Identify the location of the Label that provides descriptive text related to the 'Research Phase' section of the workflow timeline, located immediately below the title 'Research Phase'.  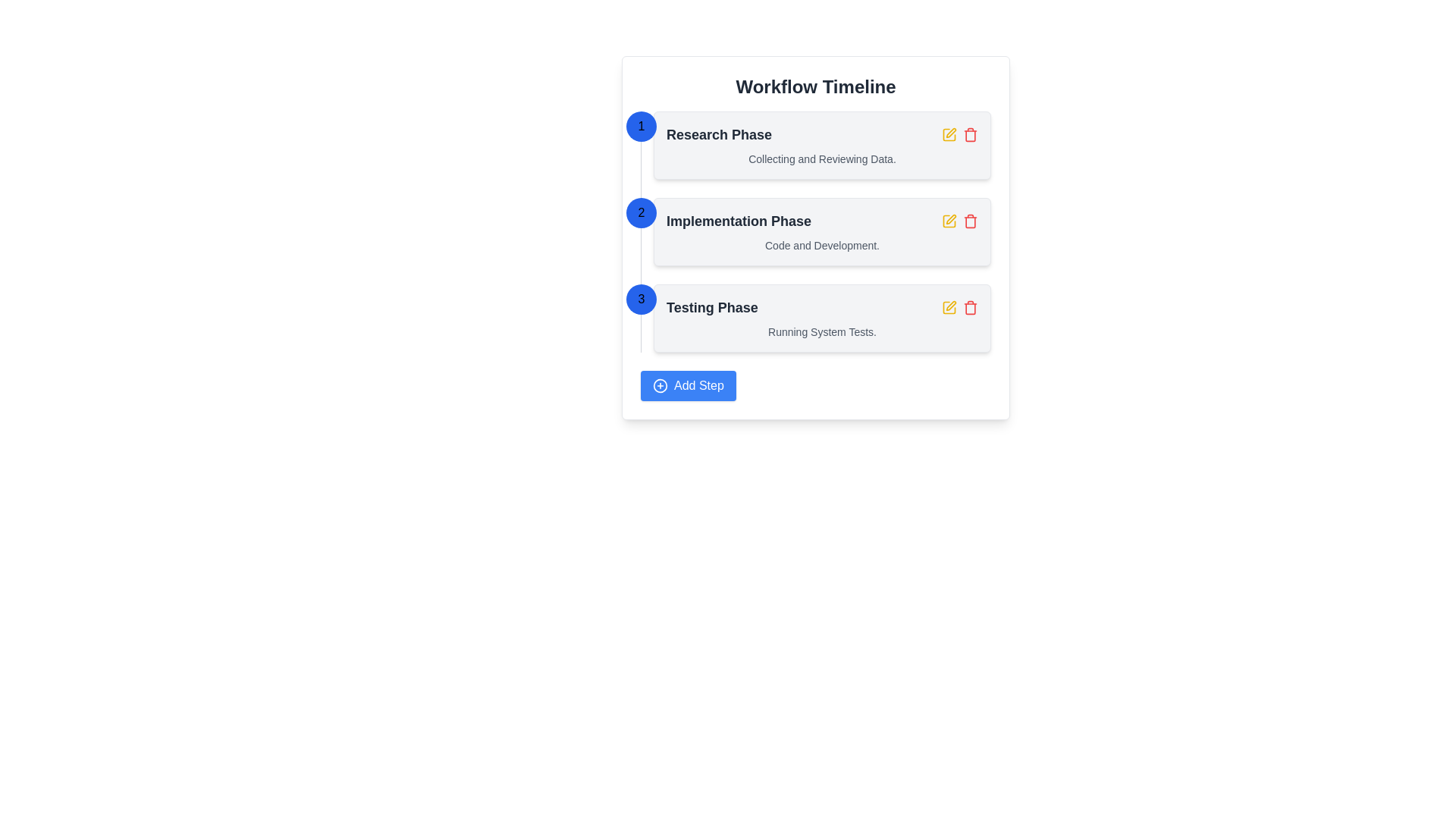
(821, 158).